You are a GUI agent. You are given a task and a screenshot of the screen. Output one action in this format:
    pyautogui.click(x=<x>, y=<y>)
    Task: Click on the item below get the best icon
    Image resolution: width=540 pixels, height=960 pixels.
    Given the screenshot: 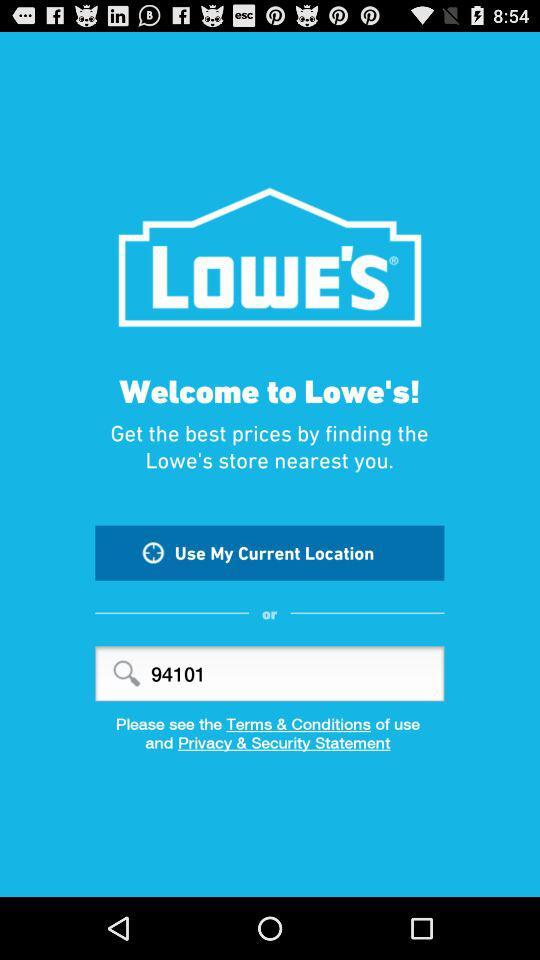 What is the action you would take?
    pyautogui.click(x=269, y=552)
    